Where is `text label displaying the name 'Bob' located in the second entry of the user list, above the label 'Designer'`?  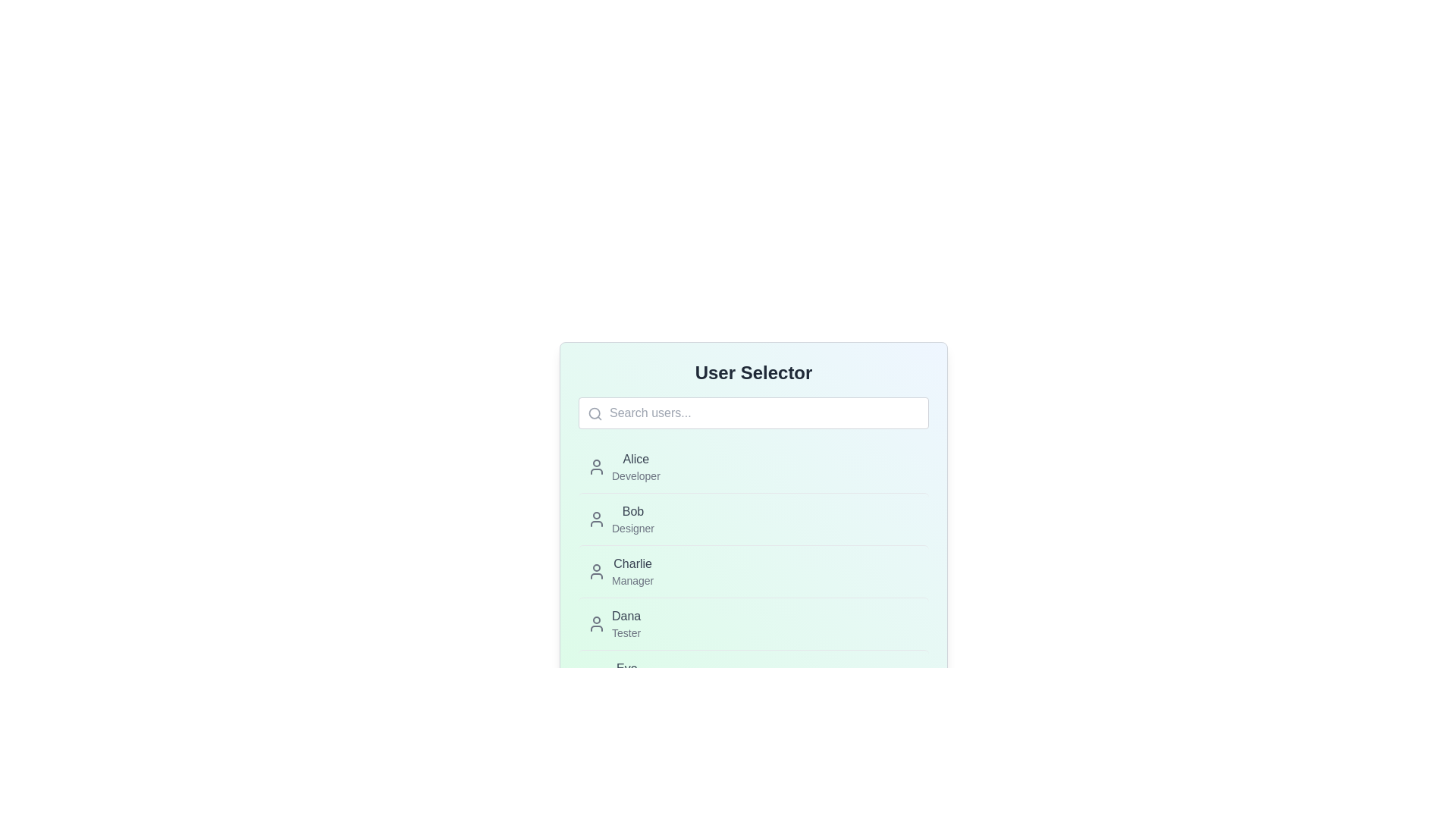
text label displaying the name 'Bob' located in the second entry of the user list, above the label 'Designer' is located at coordinates (633, 512).